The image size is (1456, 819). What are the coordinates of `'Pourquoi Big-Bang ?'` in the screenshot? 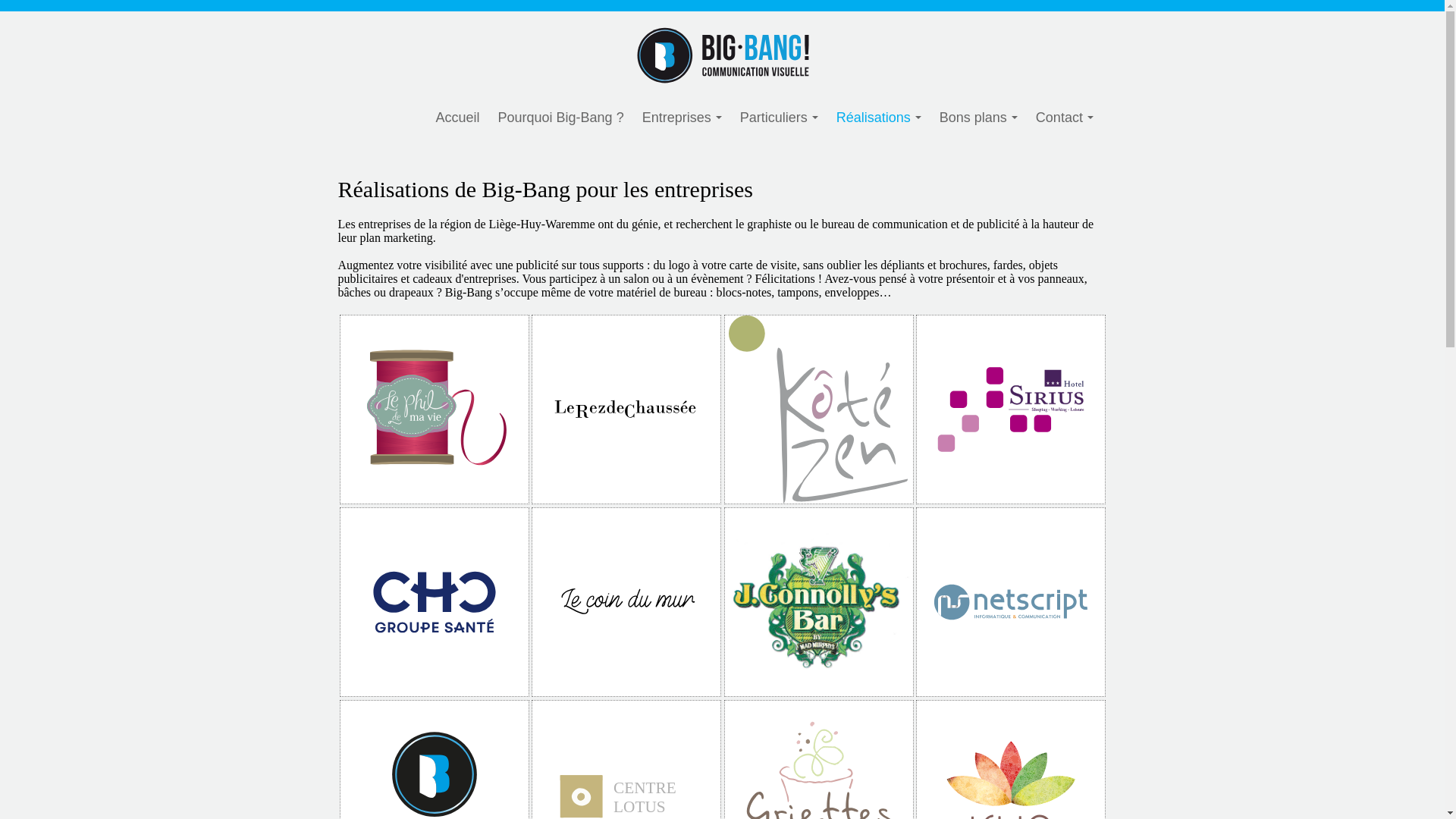 It's located at (560, 117).